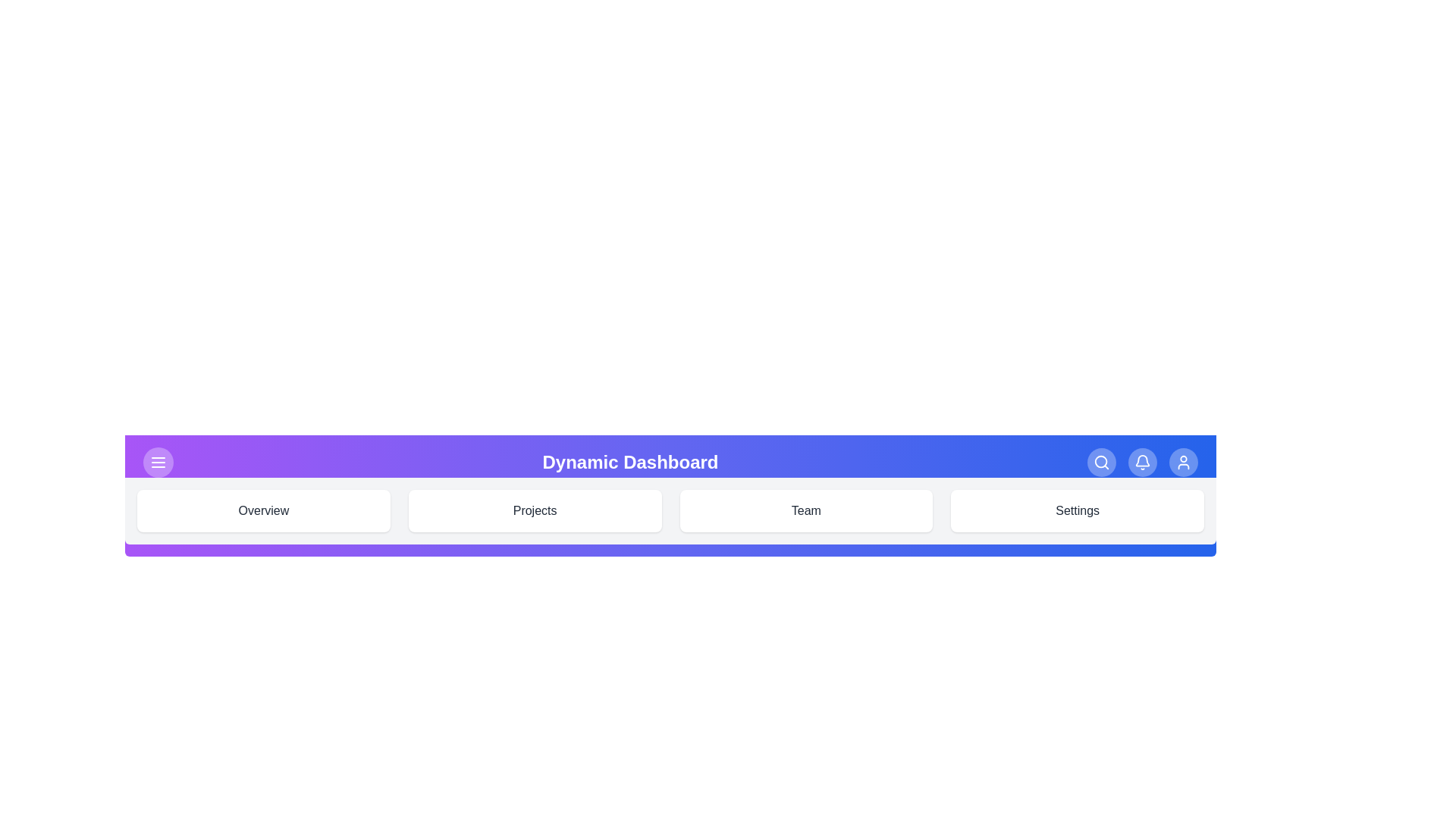 The width and height of the screenshot is (1456, 819). What do you see at coordinates (1182, 461) in the screenshot?
I see `the user profile icon` at bounding box center [1182, 461].